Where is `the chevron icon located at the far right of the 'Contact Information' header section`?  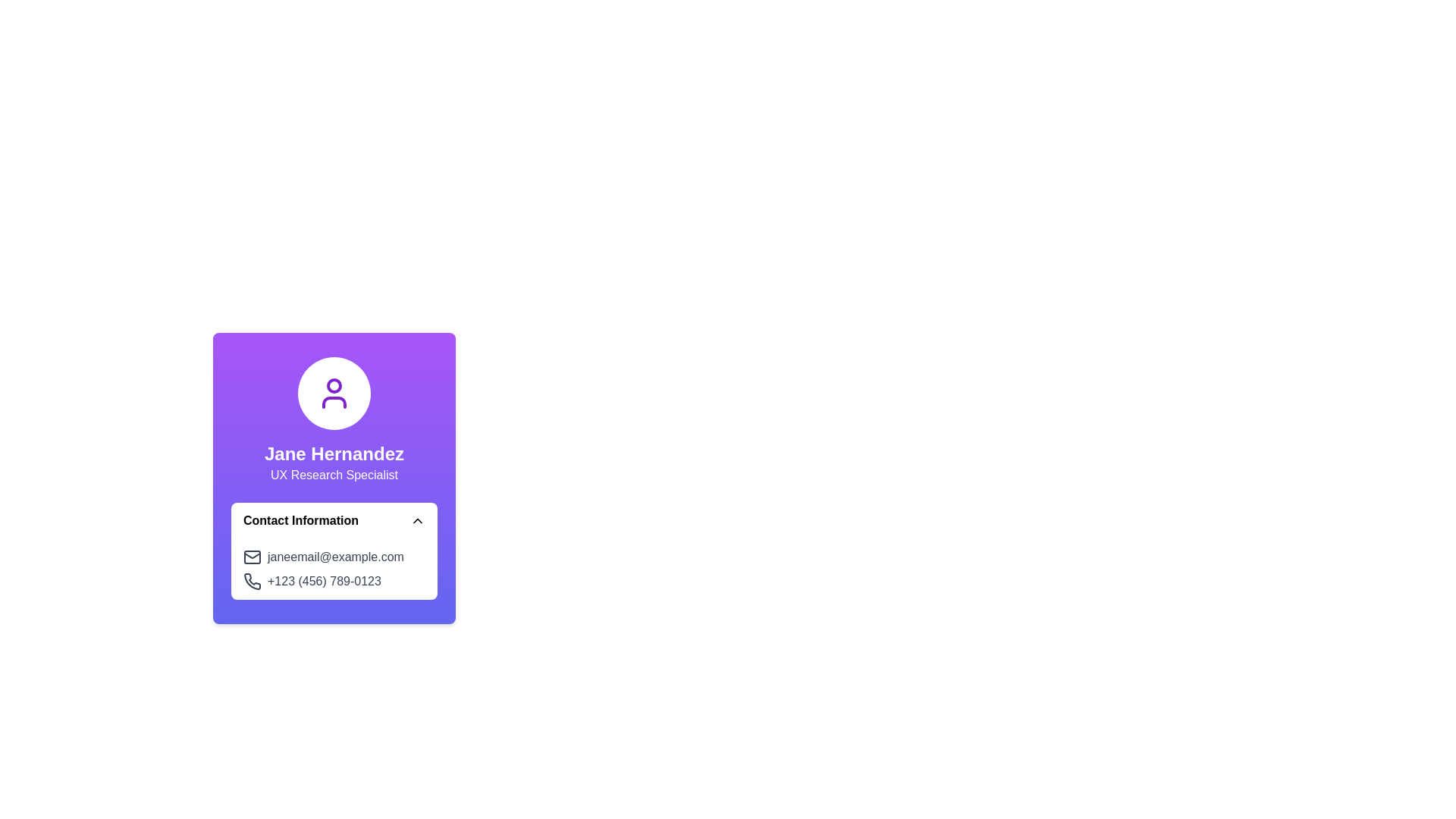 the chevron icon located at the far right of the 'Contact Information' header section is located at coordinates (418, 519).